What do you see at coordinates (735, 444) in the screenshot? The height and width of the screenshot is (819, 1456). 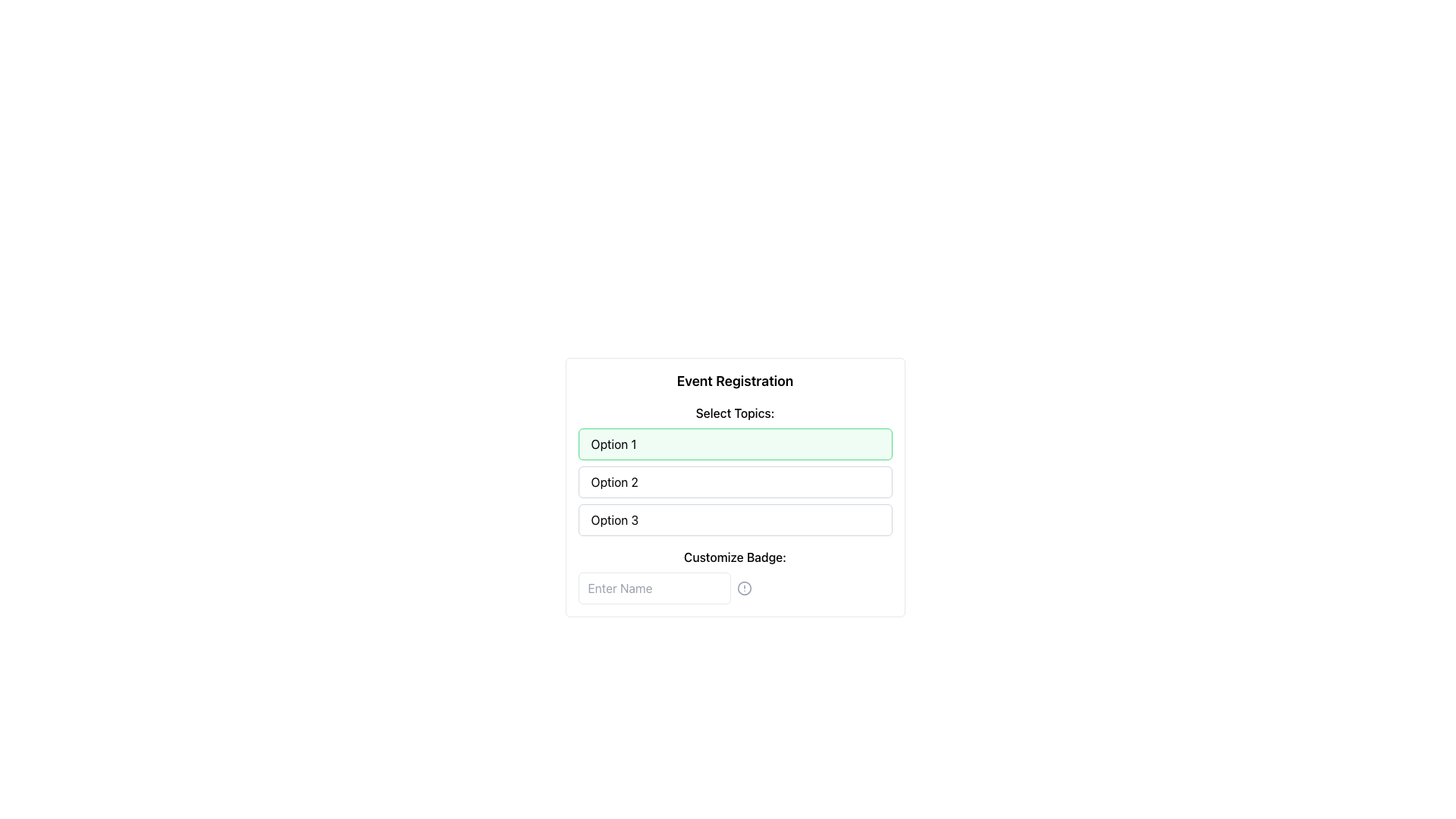 I see `the first button in the vertical list of options labeled 'Option 1' within the 'Event Registration' card` at bounding box center [735, 444].